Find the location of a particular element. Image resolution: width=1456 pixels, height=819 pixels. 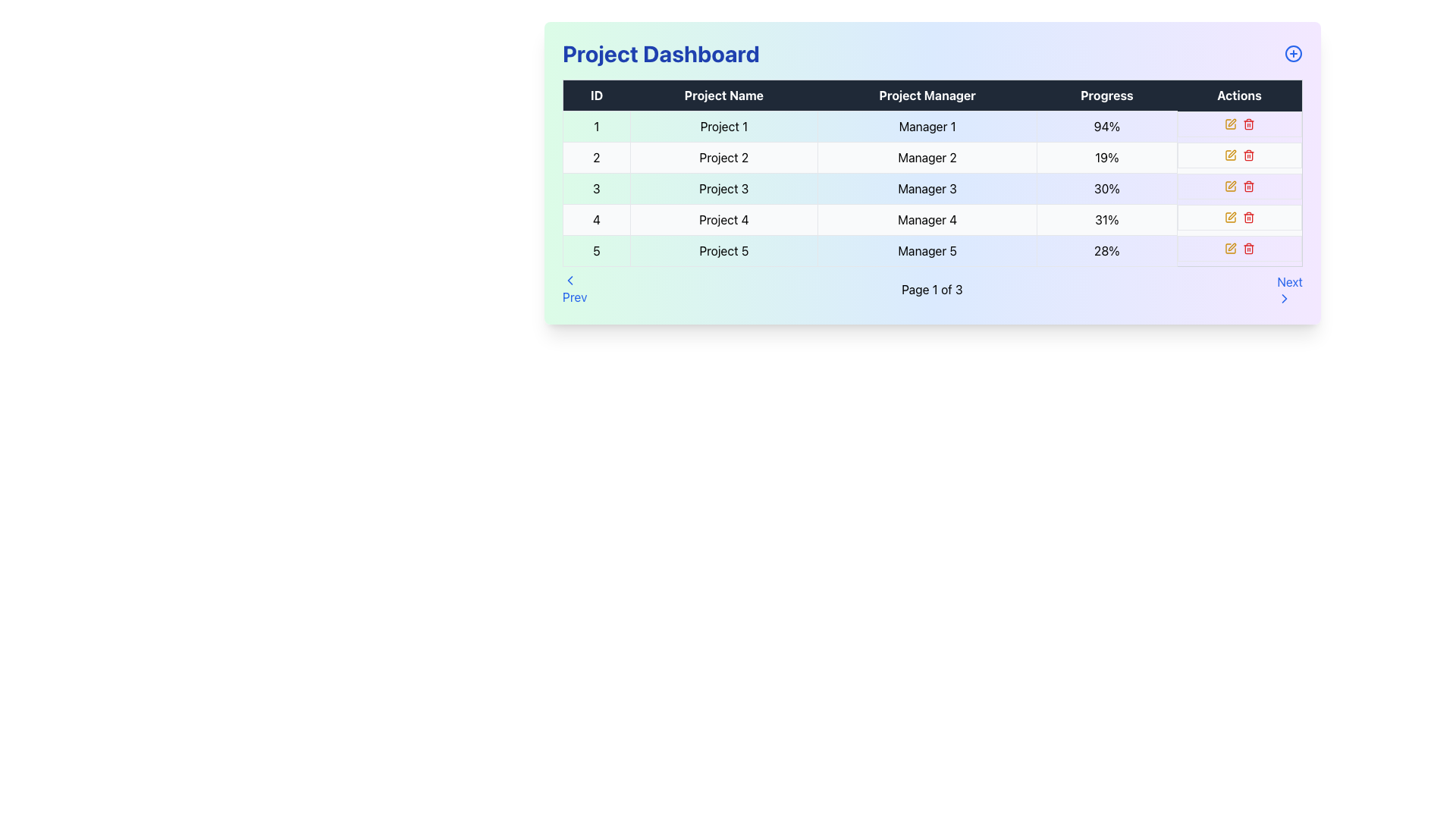

the table header labeled 'Project Manager' with a black background and white text, which is the third header in the table is located at coordinates (927, 96).